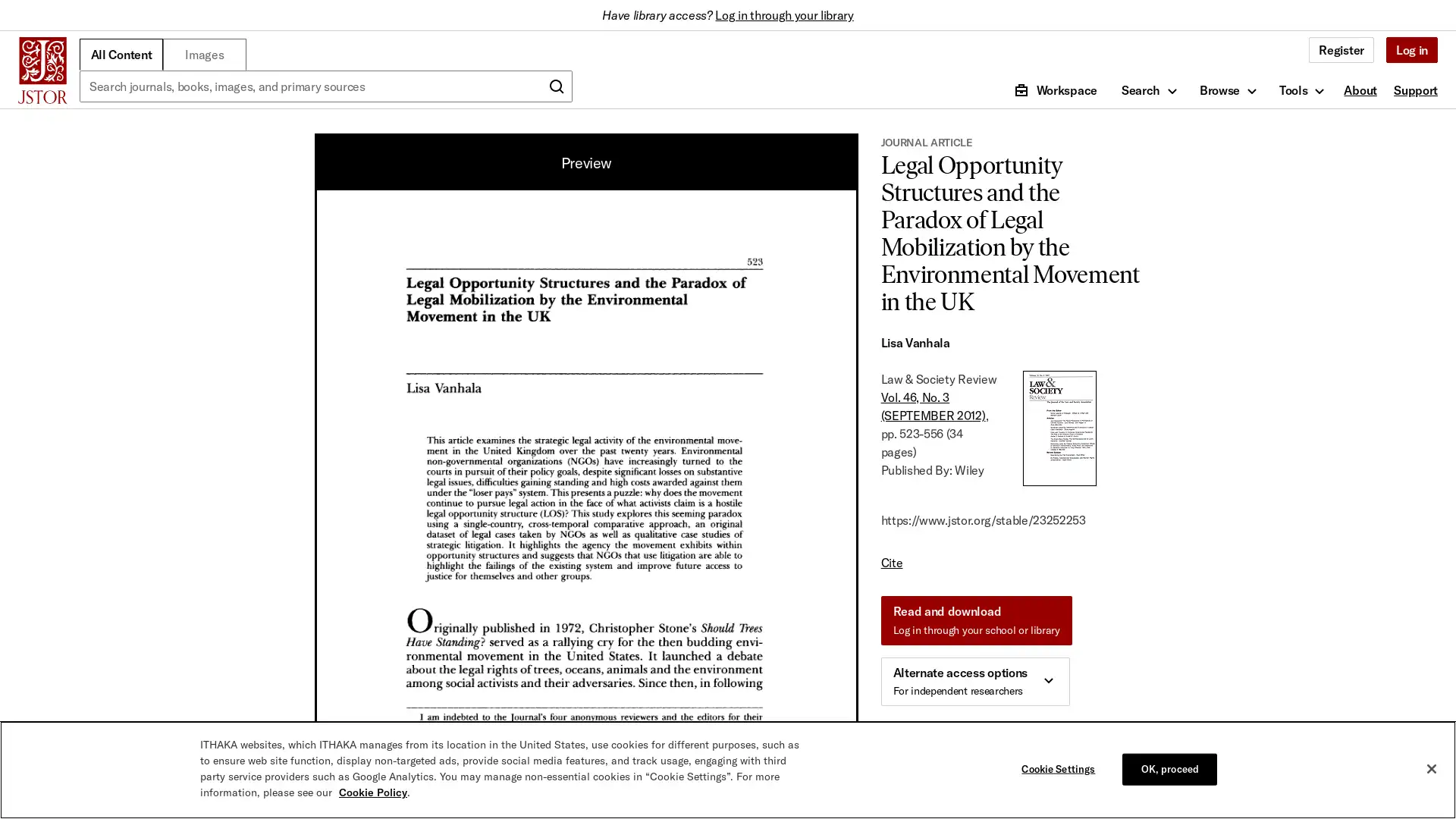 The height and width of the screenshot is (819, 1456). What do you see at coordinates (556, 86) in the screenshot?
I see `Submit search` at bounding box center [556, 86].